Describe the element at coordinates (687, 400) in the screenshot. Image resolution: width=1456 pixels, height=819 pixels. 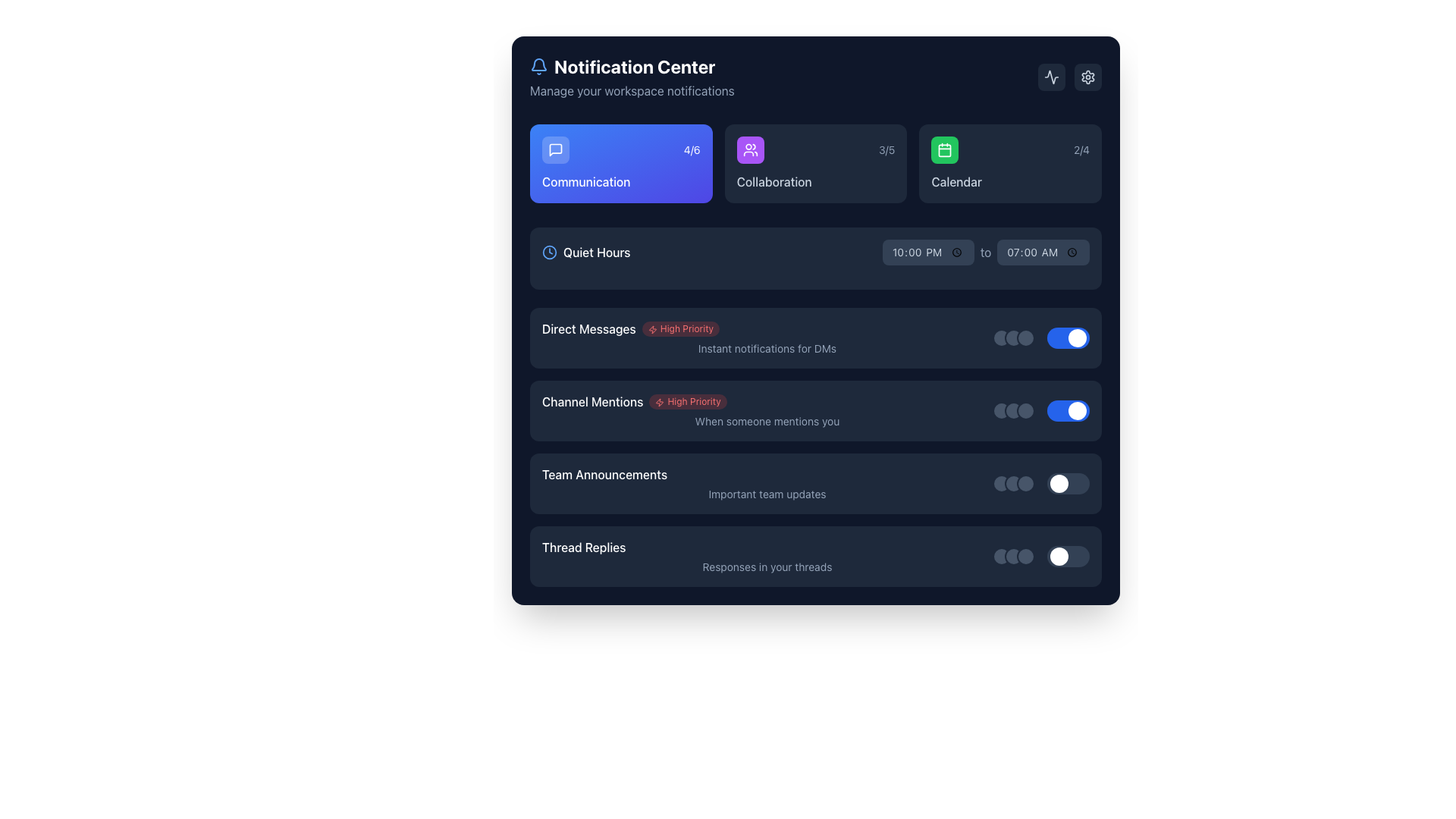
I see `the 'High Priority' badge label, which has a light red background and red text, located in the 'Channel Mentions' section of the notification settings` at that location.